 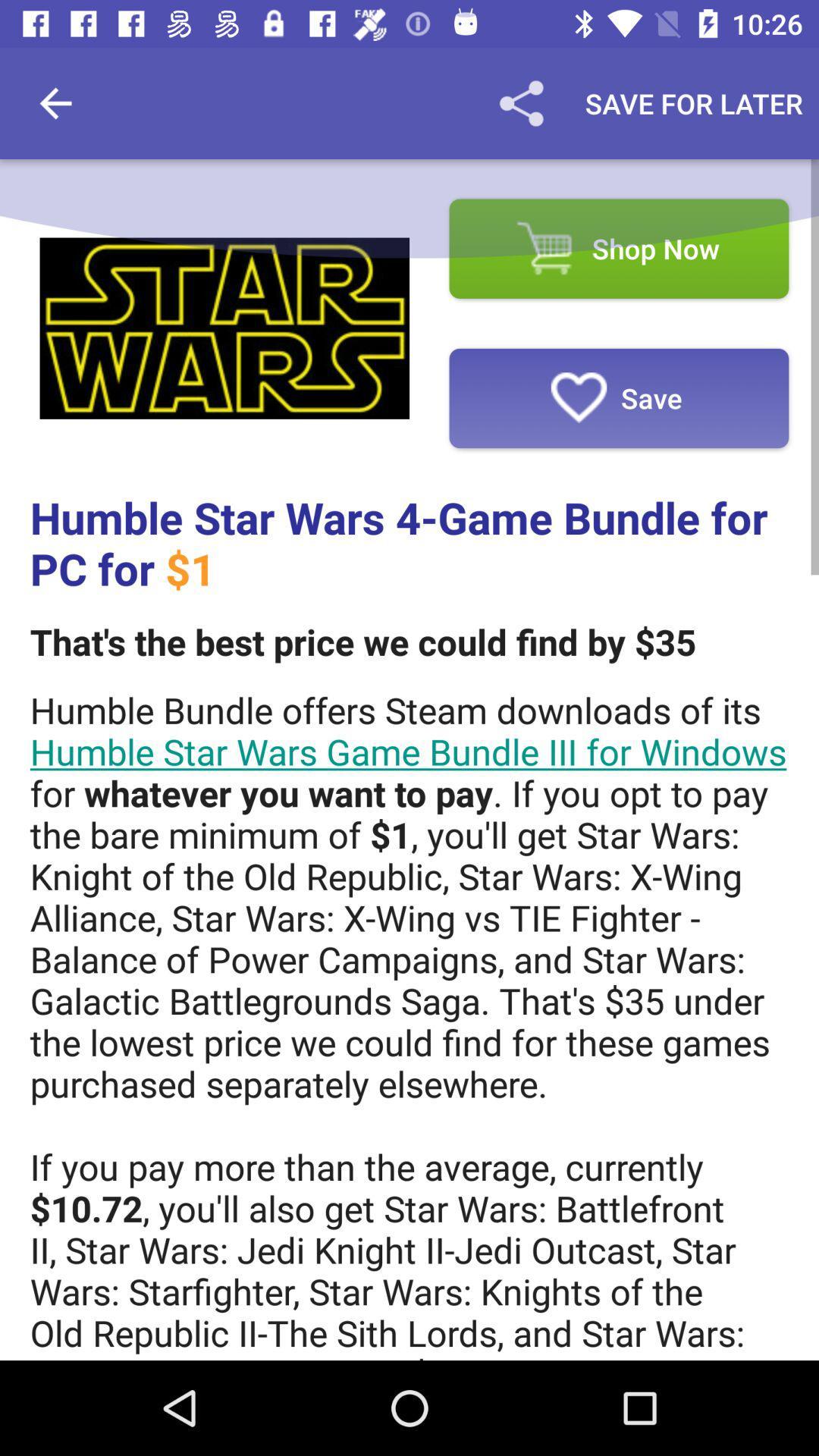 What do you see at coordinates (619, 249) in the screenshot?
I see `shop now item` at bounding box center [619, 249].